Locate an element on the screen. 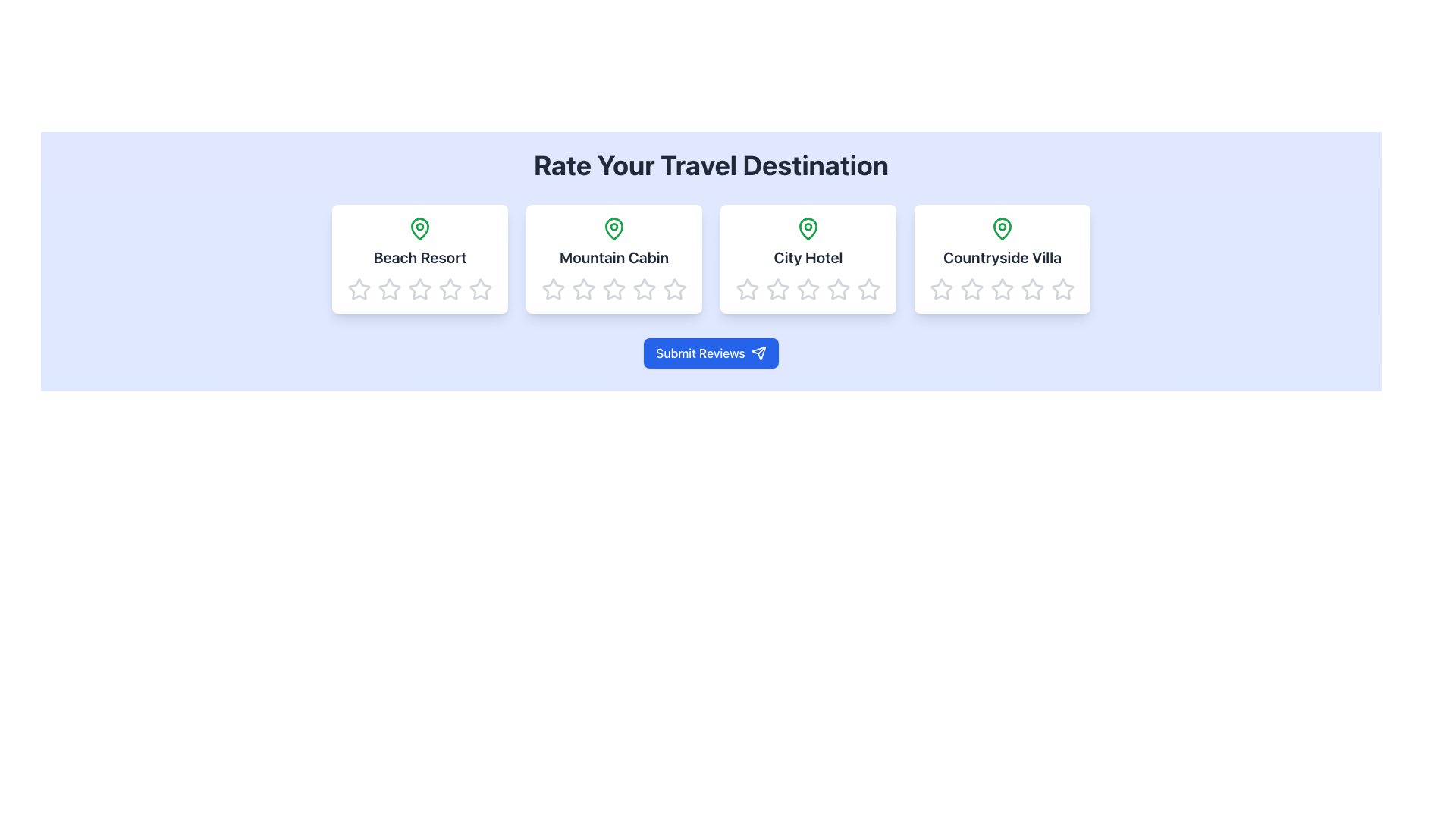 The width and height of the screenshot is (1456, 819). the third star-shaped interactive icon in the rating component for the 'Mountain Cabin' to trigger a scale transformation is located at coordinates (582, 289).